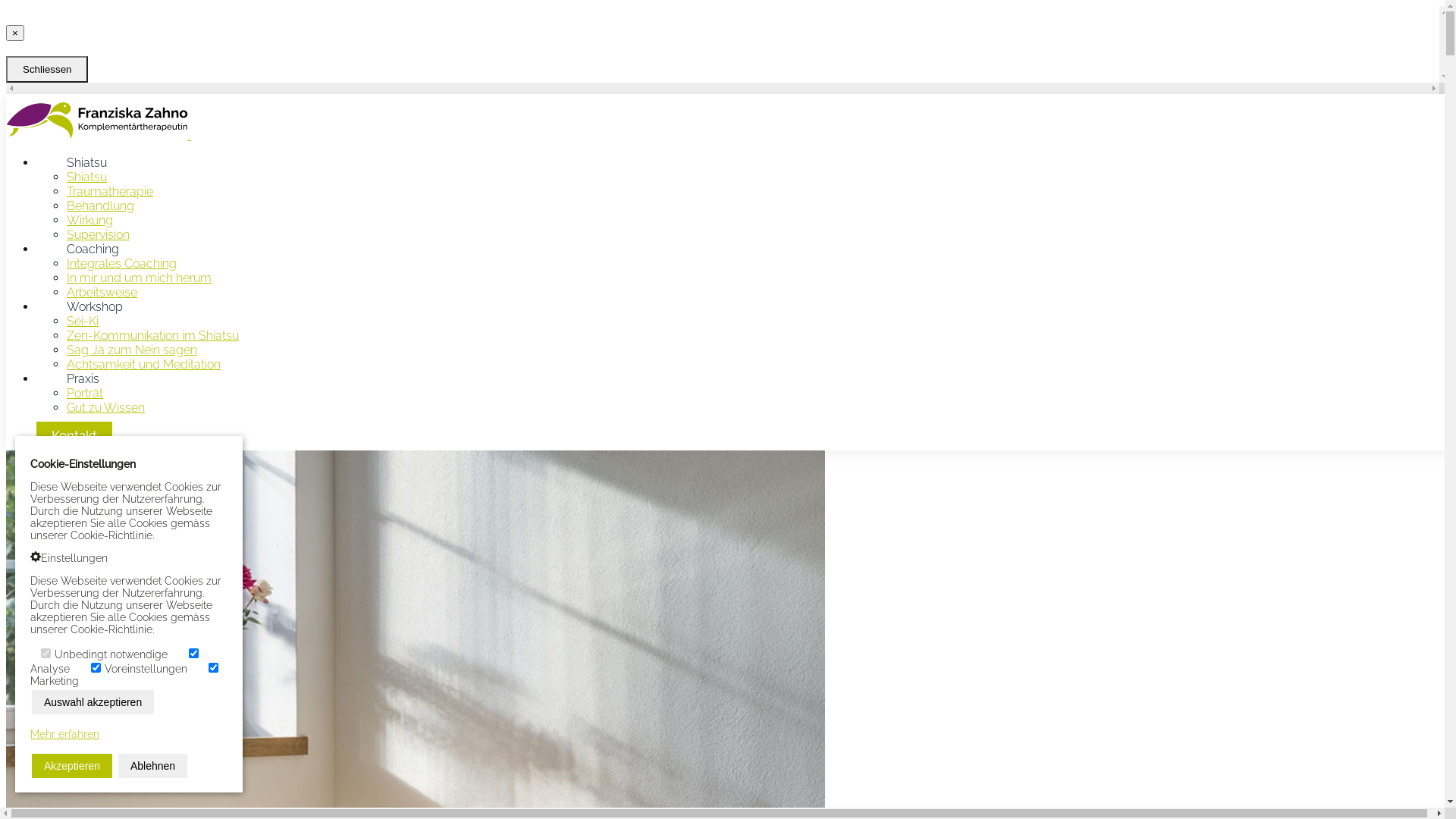 The height and width of the screenshot is (819, 1456). I want to click on 'Kontakt', so click(73, 435).